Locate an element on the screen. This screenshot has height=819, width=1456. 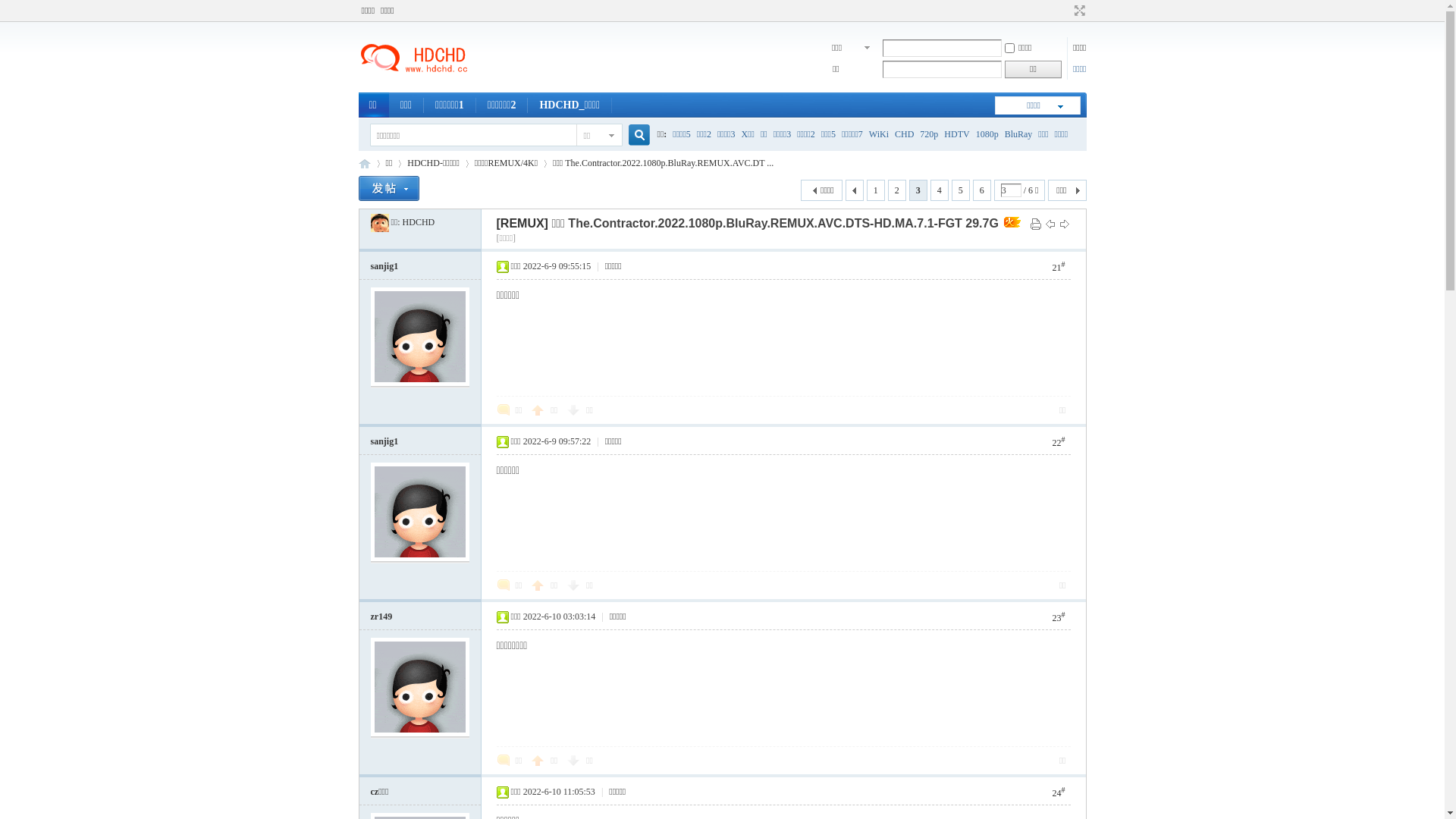
'1080p' is located at coordinates (987, 133).